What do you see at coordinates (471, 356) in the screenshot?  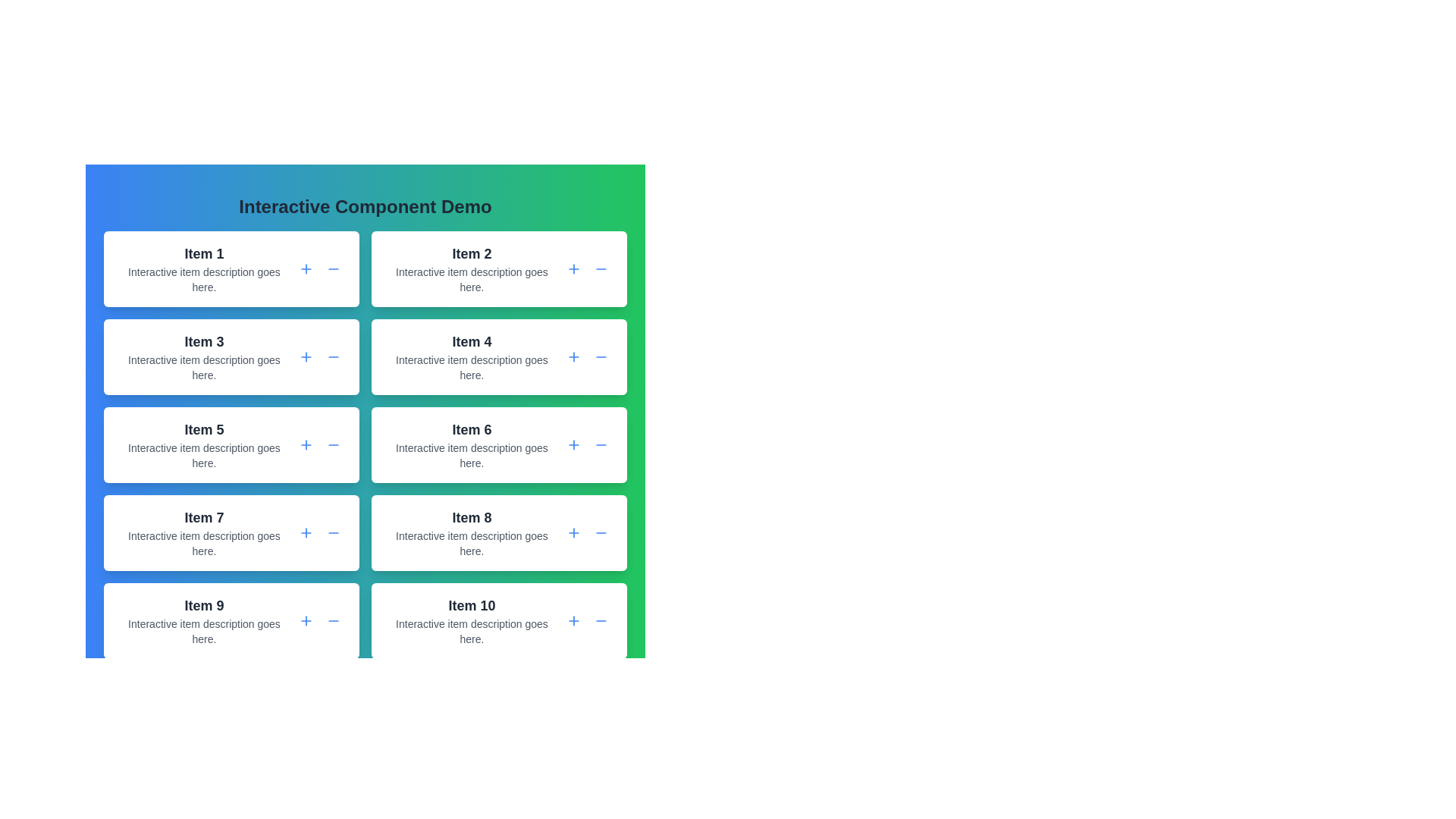 I see `the text block containing 'Item 4' and its description for accessibility purposes` at bounding box center [471, 356].